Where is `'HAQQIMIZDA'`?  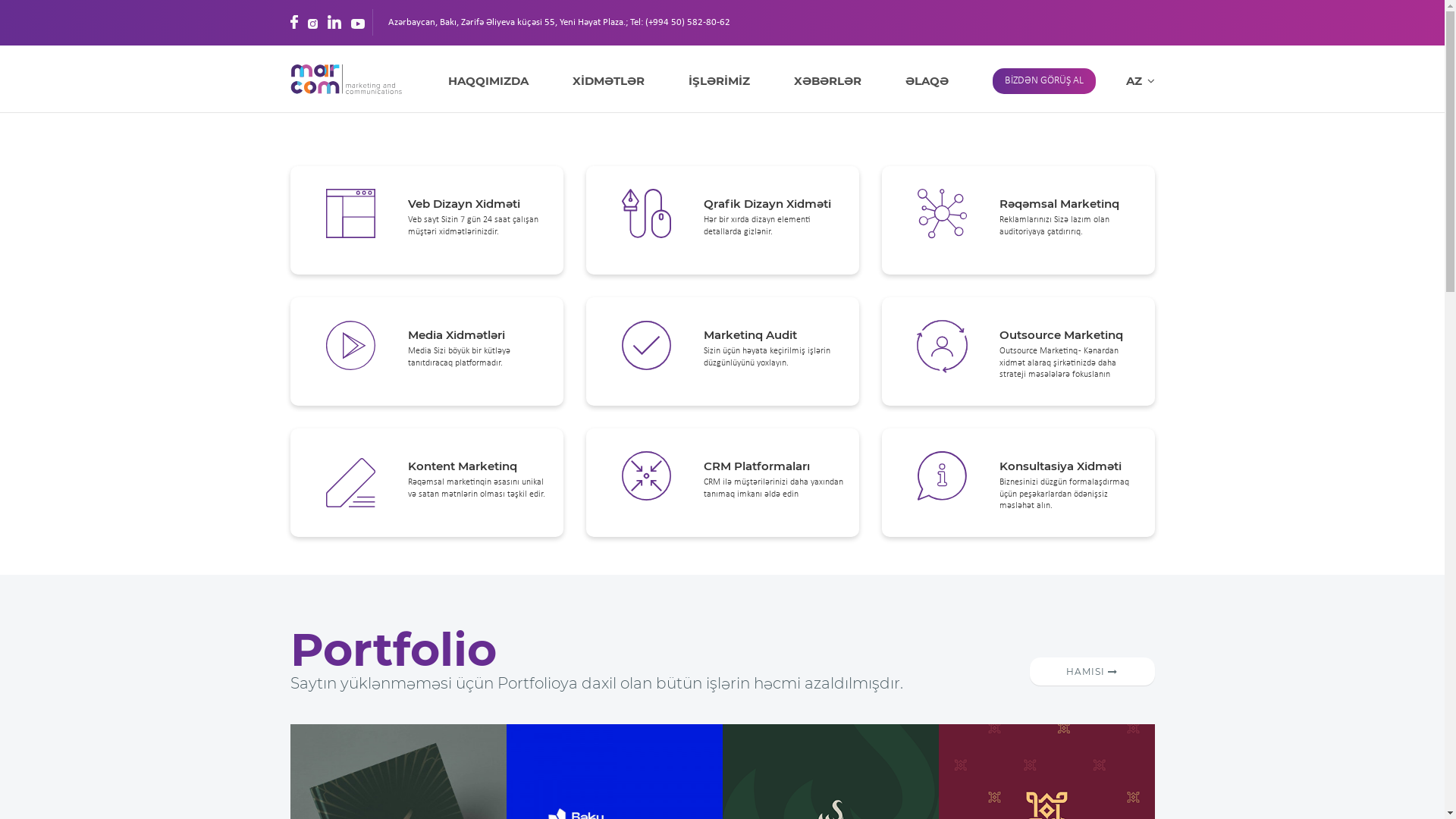
'HAQQIMIZDA' is located at coordinates (447, 81).